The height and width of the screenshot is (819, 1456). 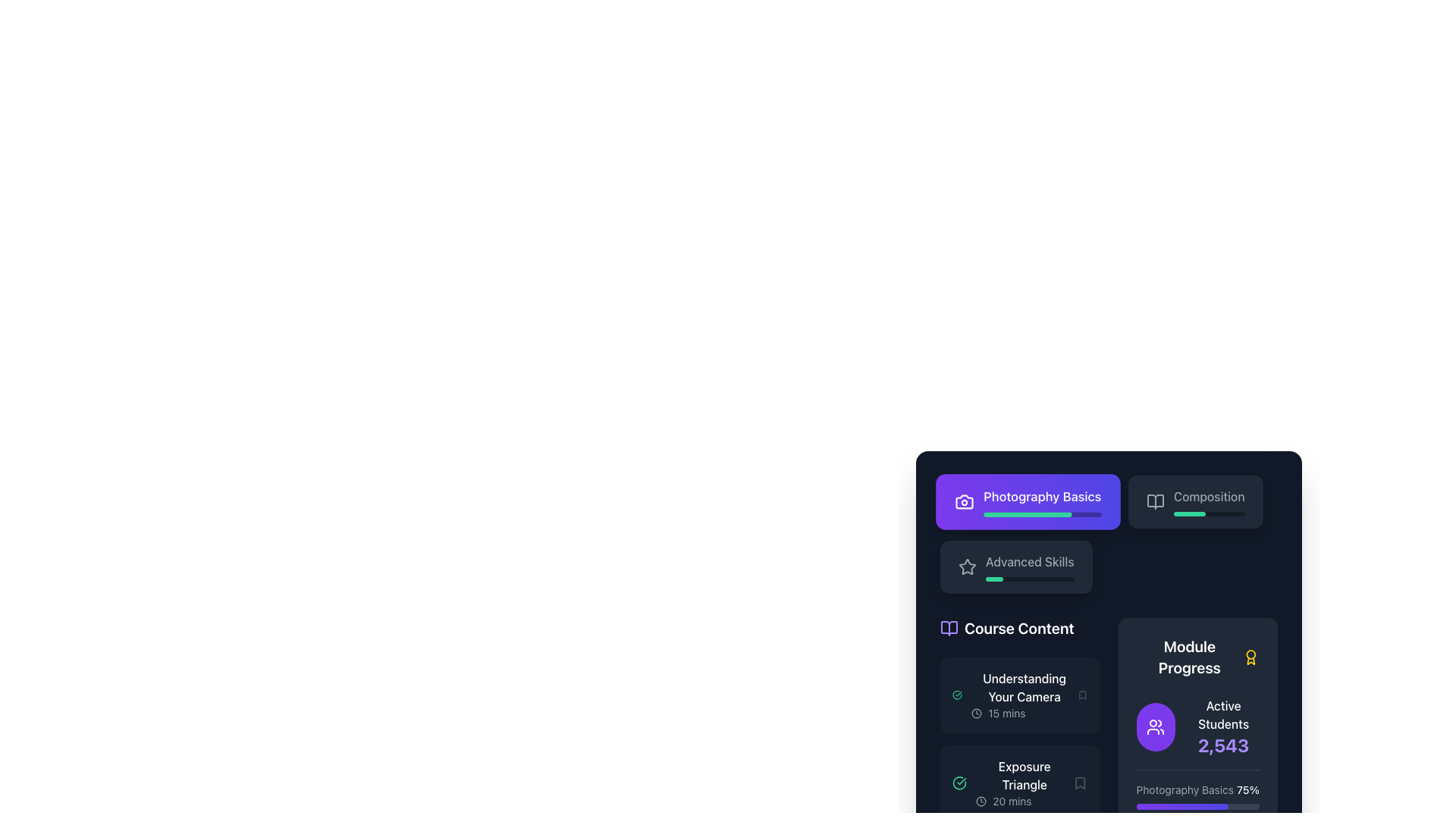 What do you see at coordinates (949, 629) in the screenshot?
I see `the icon resembling an open book, styled in violet, located to the left of the 'Course Content' title` at bounding box center [949, 629].